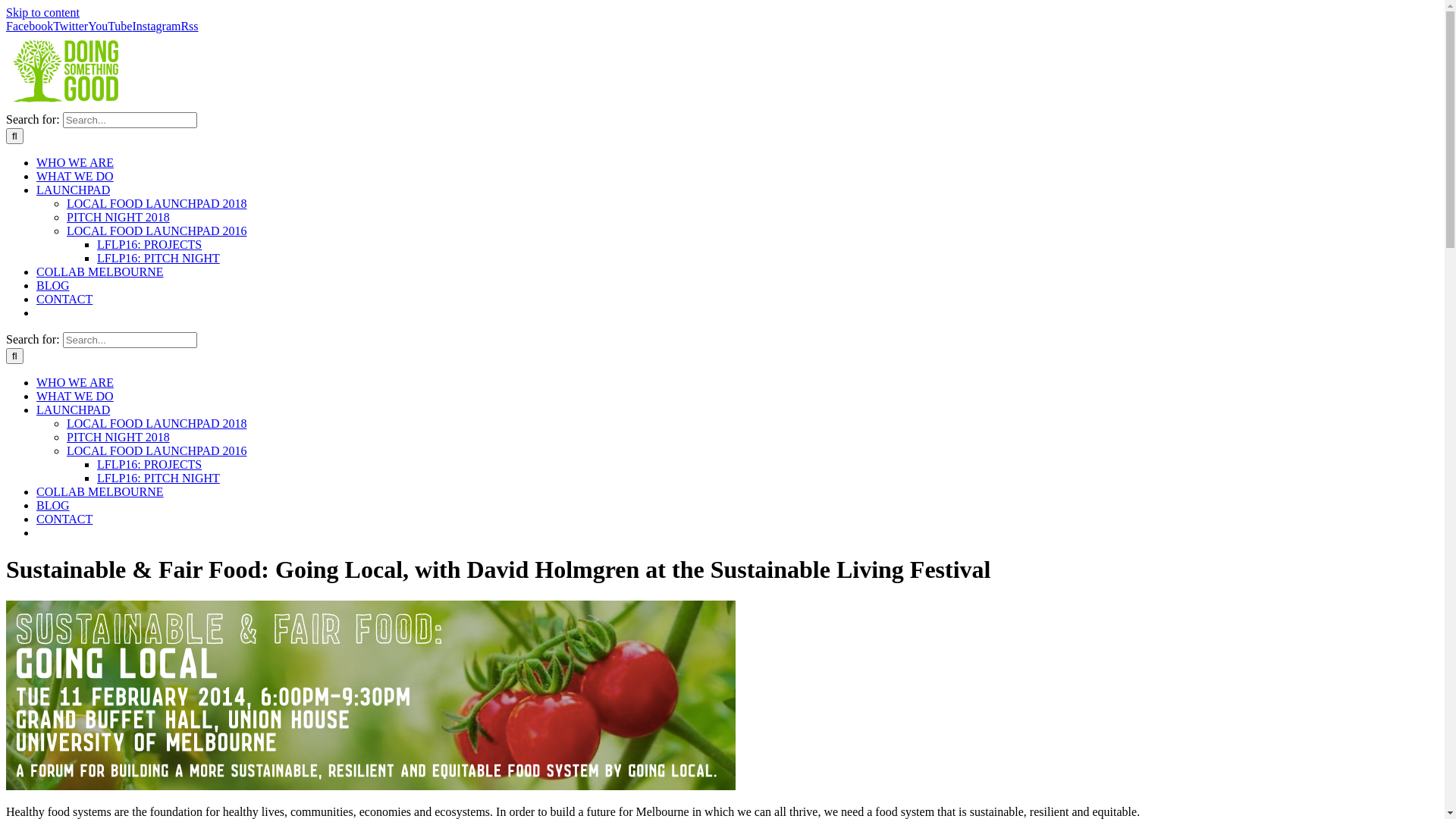 This screenshot has width=1456, height=819. What do you see at coordinates (156, 450) in the screenshot?
I see `'LOCAL FOOD LAUNCHPAD 2016'` at bounding box center [156, 450].